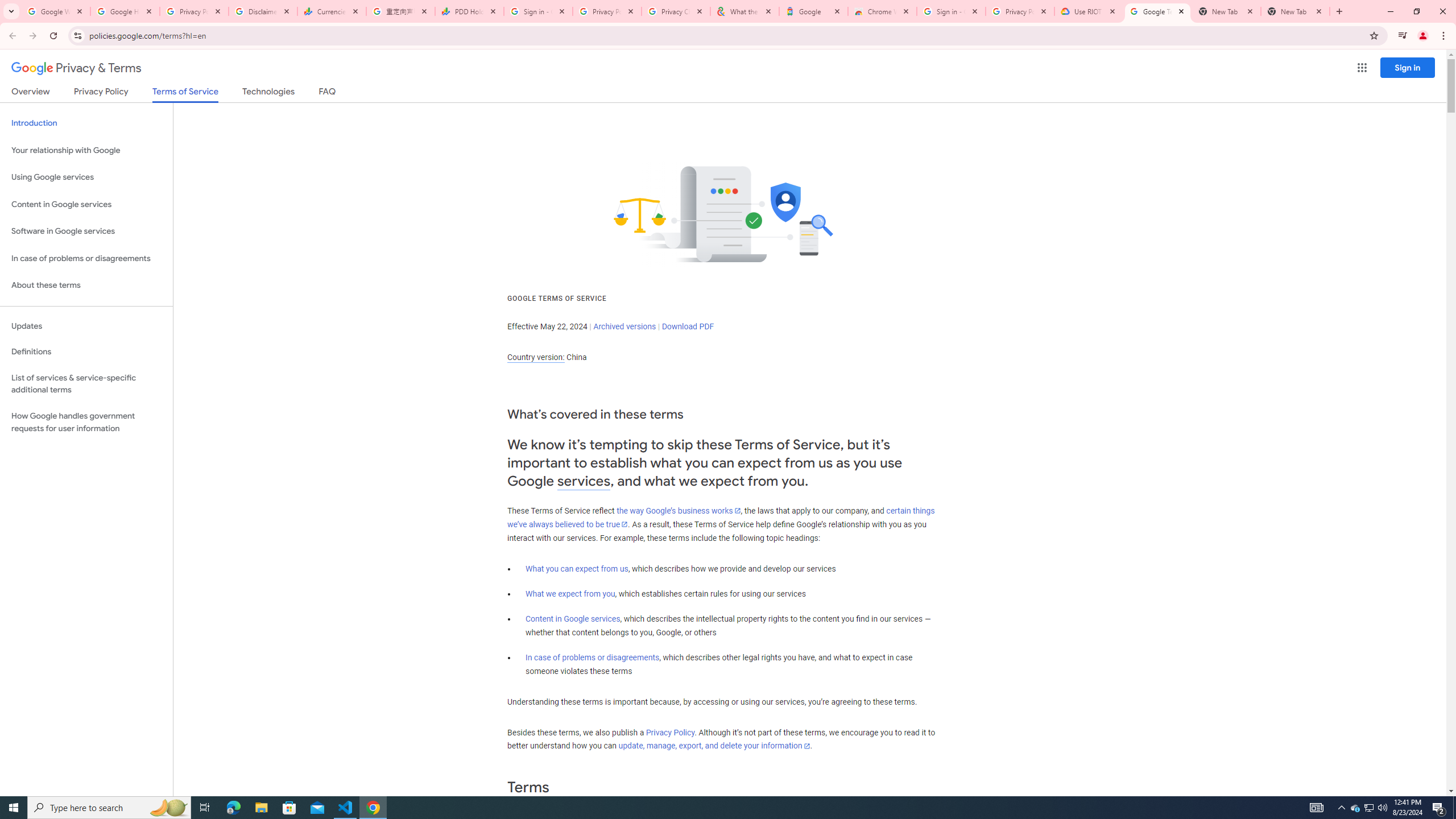 The width and height of the screenshot is (1456, 819). I want to click on 'Privacy Checkup', so click(675, 11).